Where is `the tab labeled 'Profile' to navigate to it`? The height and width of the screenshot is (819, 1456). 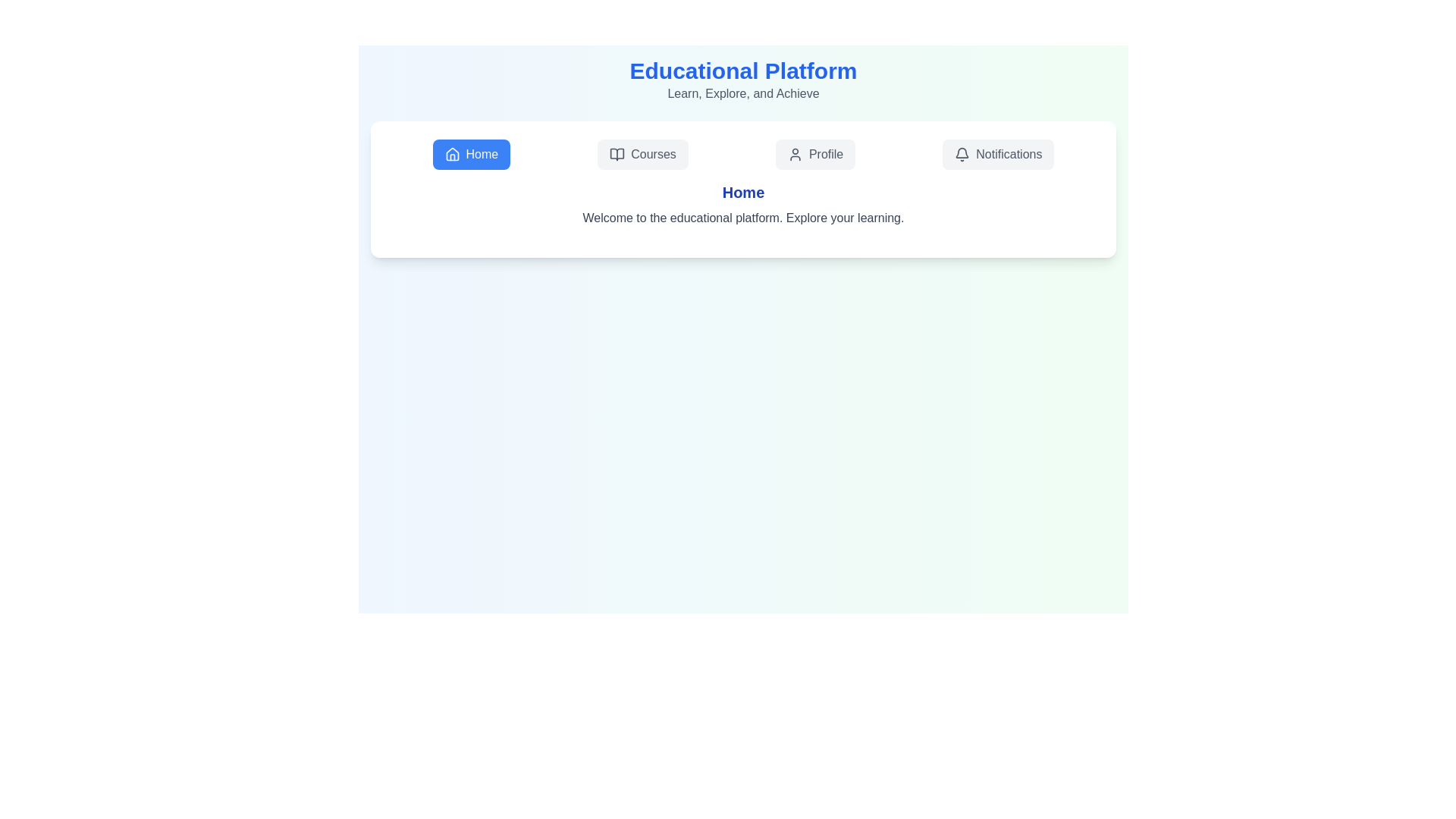 the tab labeled 'Profile' to navigate to it is located at coordinates (814, 155).